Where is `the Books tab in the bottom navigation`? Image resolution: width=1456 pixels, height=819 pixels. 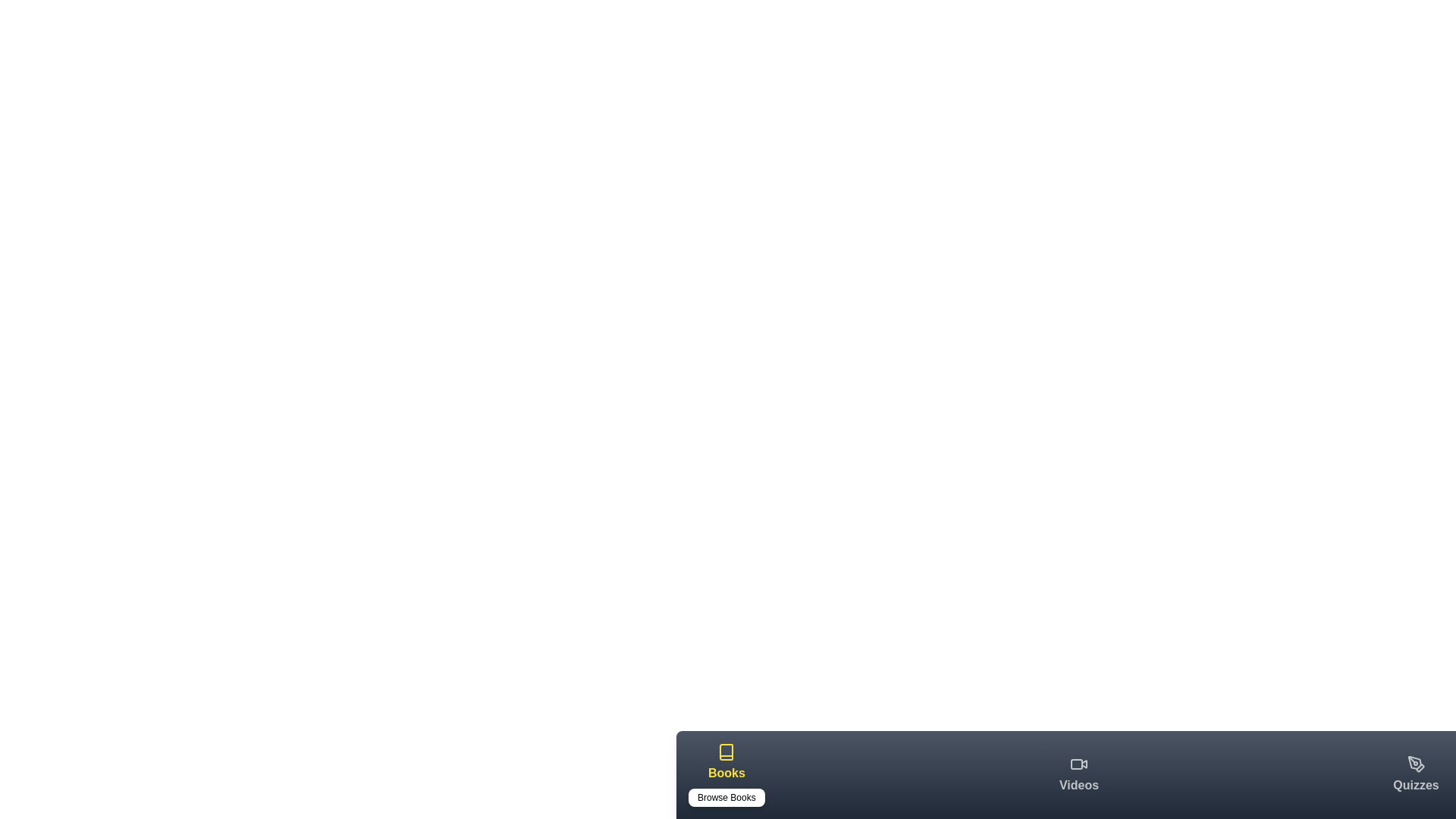
the Books tab in the bottom navigation is located at coordinates (726, 775).